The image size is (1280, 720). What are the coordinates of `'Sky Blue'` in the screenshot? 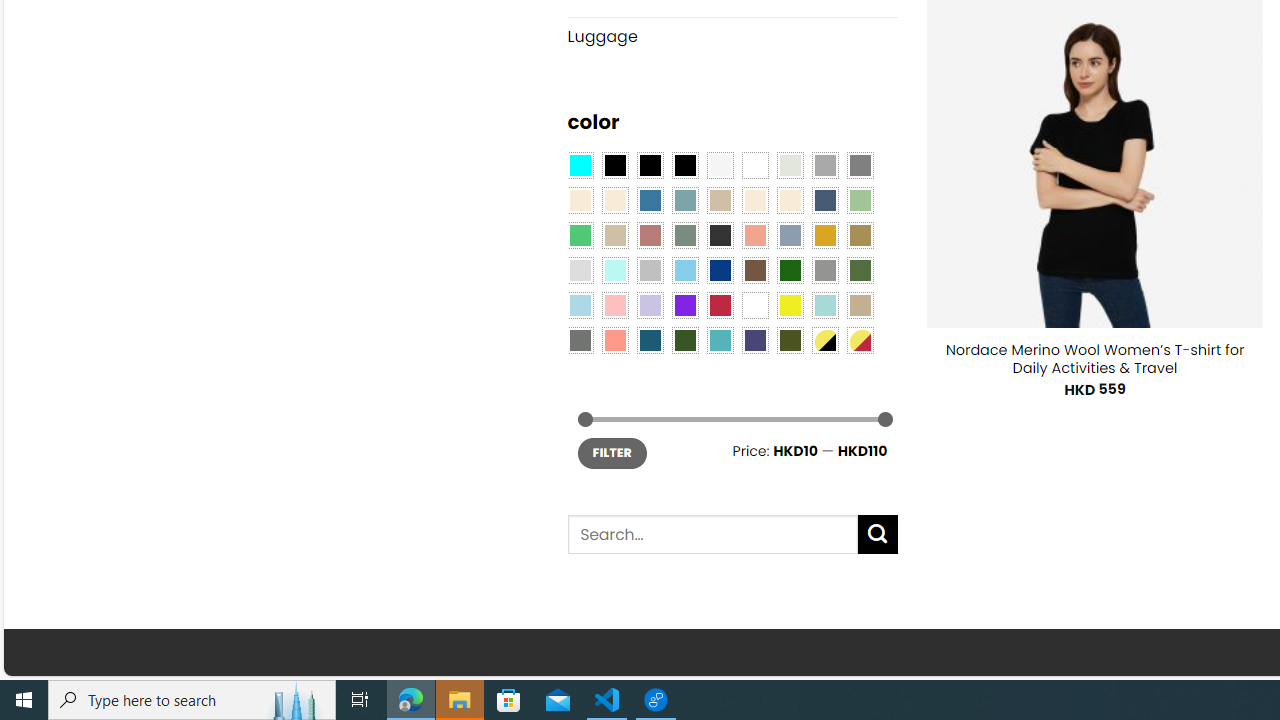 It's located at (684, 270).